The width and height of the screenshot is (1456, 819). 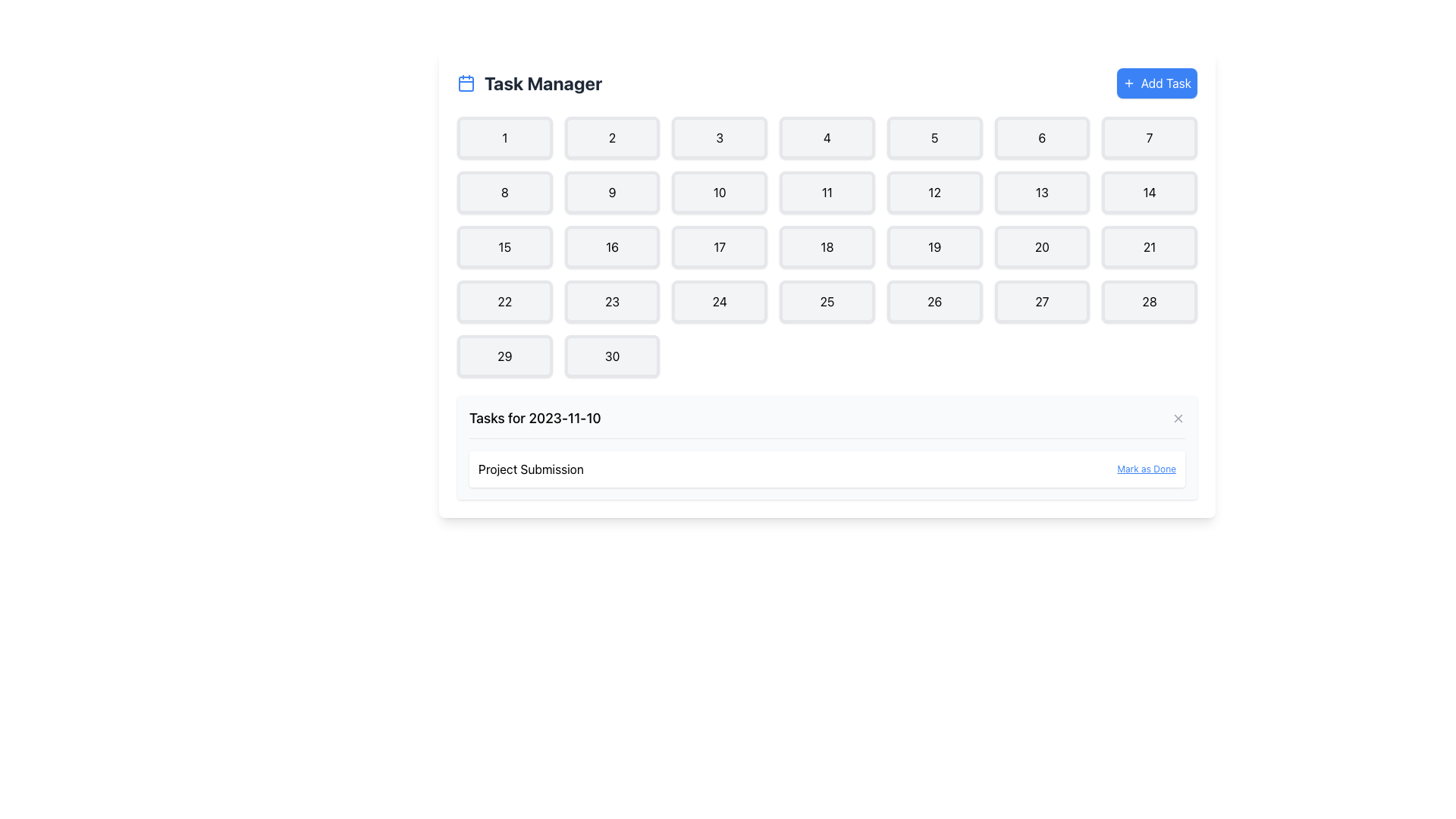 What do you see at coordinates (1150, 137) in the screenshot?
I see `the button numbered '7' which is located in the first row and seventh column of the grid for keyboard navigation` at bounding box center [1150, 137].